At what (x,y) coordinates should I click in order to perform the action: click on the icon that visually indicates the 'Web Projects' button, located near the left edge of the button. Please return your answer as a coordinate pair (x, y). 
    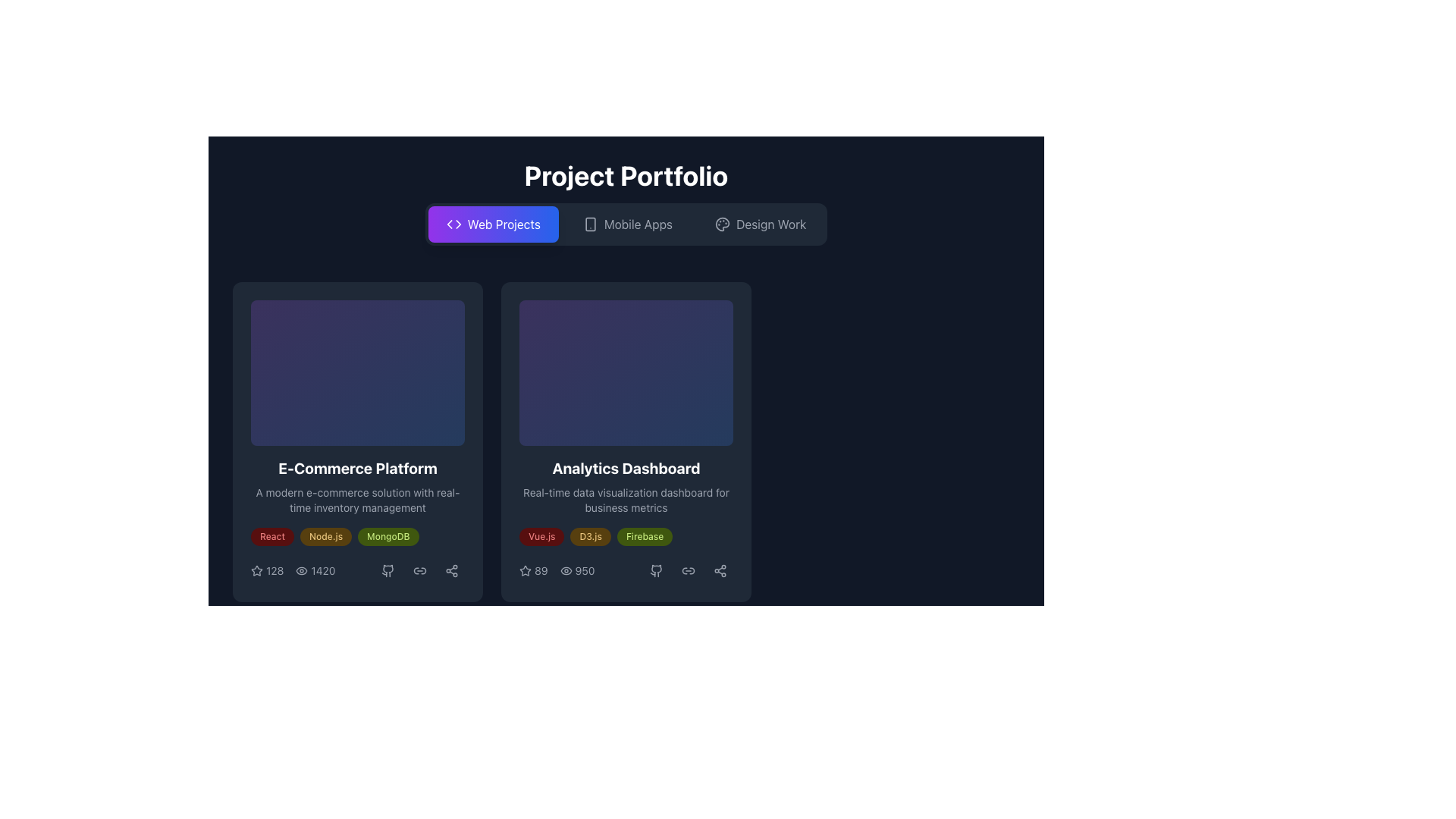
    Looking at the image, I should click on (453, 224).